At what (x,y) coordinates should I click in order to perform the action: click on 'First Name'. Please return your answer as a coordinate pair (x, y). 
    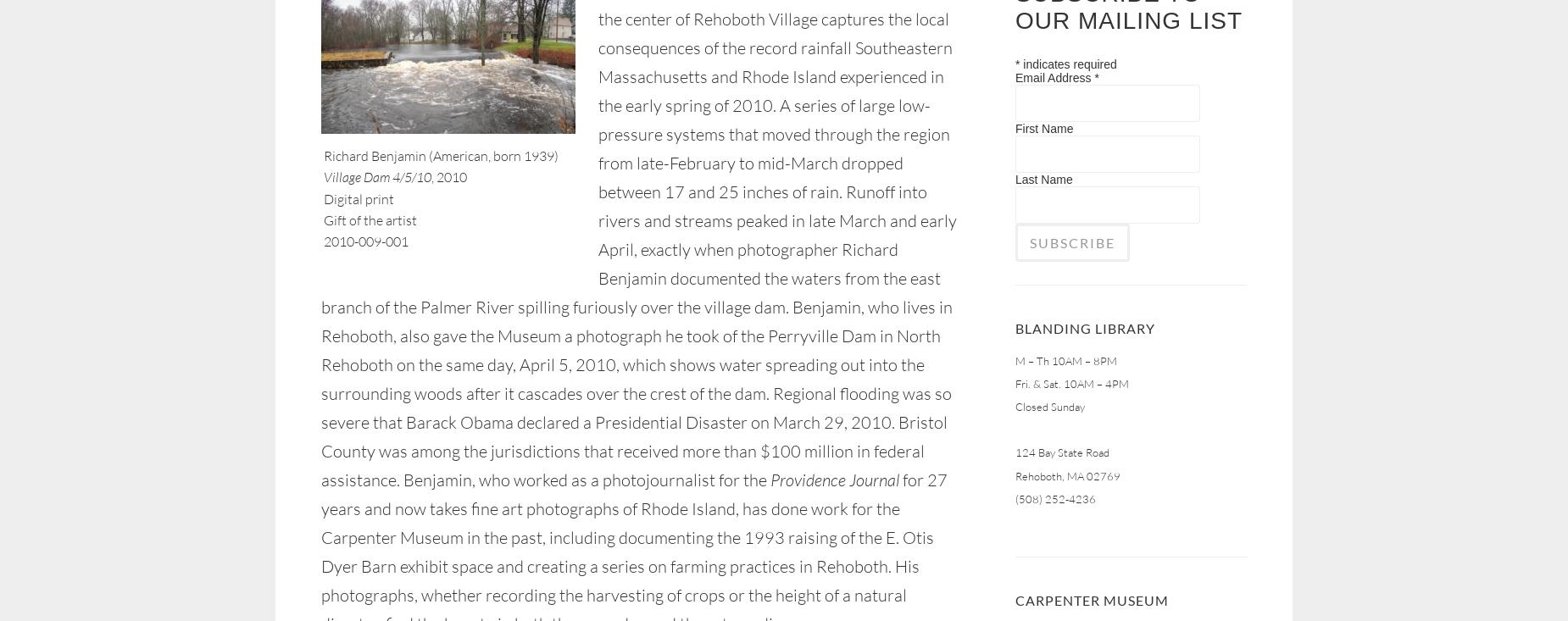
    Looking at the image, I should click on (1043, 126).